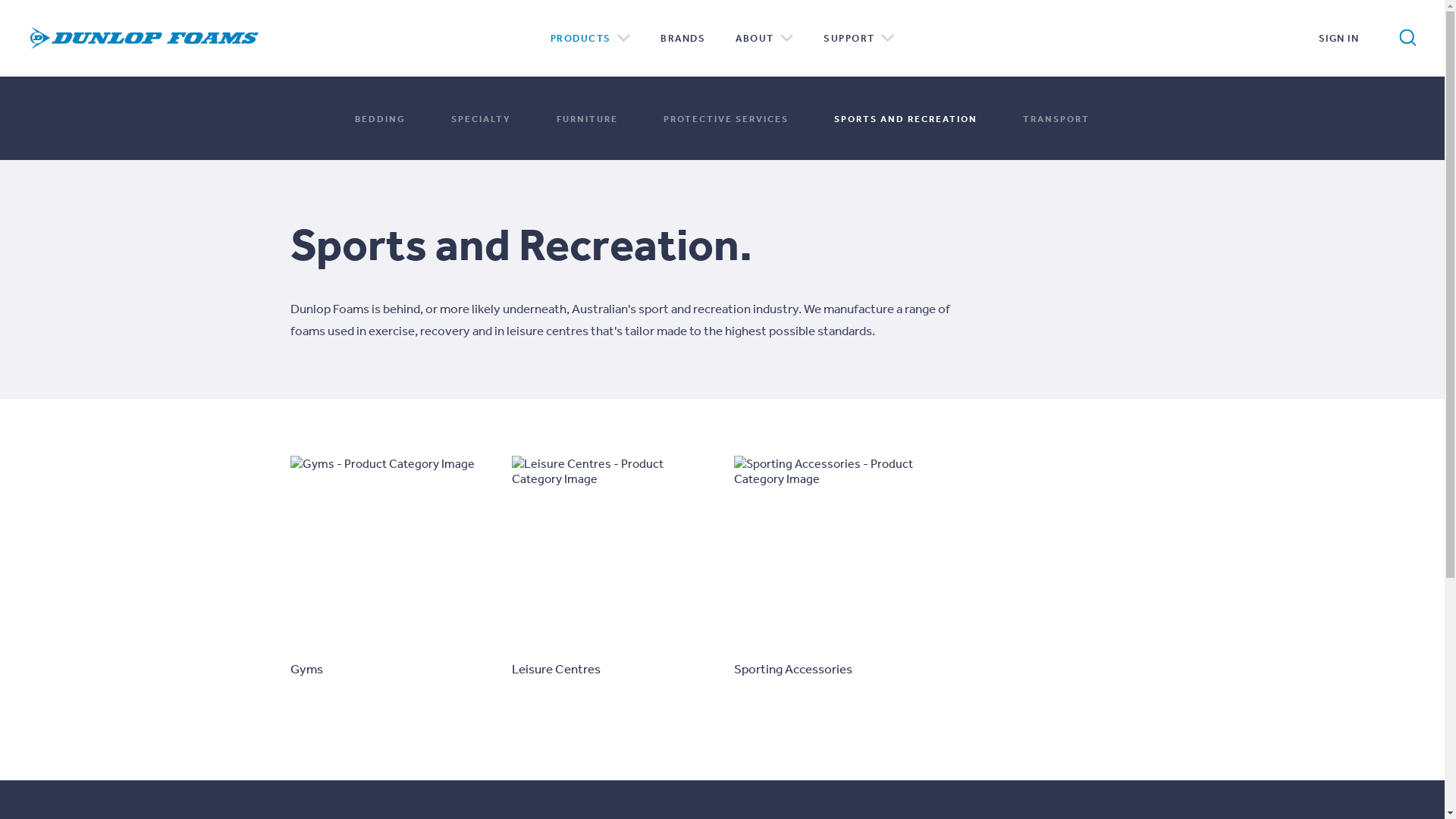  Describe the element at coordinates (1396, 37) in the screenshot. I see `'Search'` at that location.